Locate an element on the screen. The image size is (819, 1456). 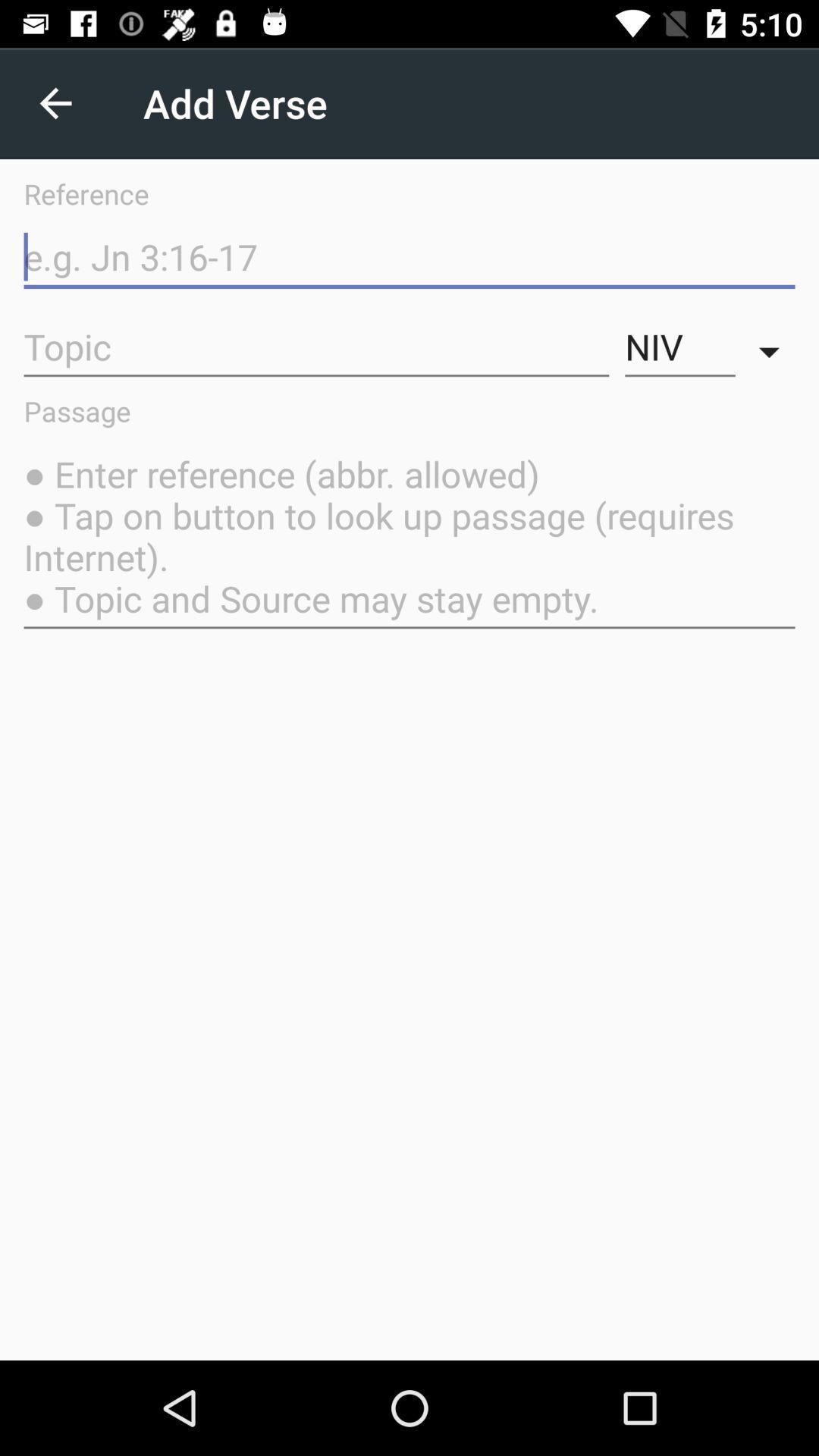
the item above reference icon is located at coordinates (55, 102).